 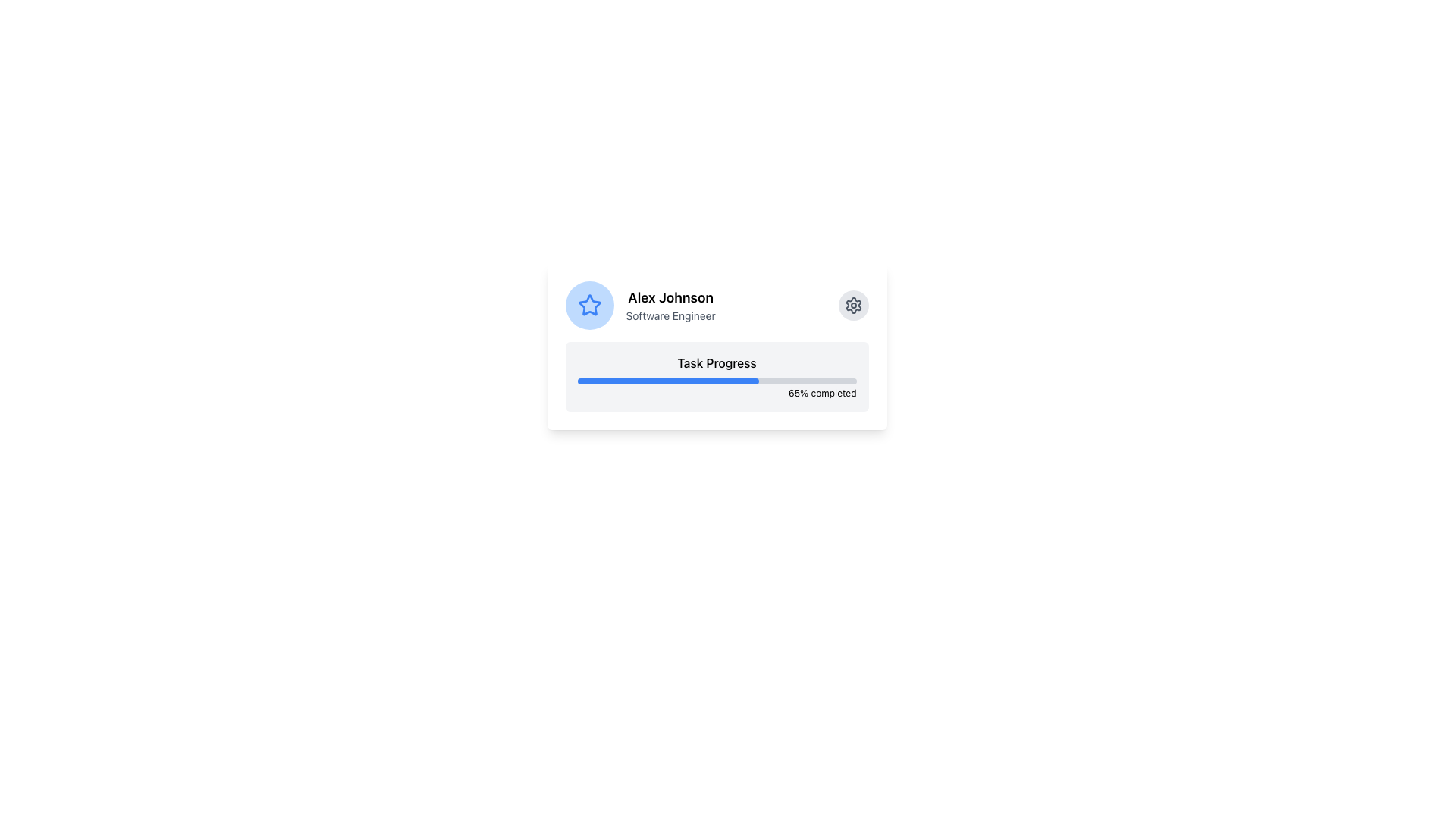 What do you see at coordinates (716, 376) in the screenshot?
I see `the progress bar labeled 'Task Progress' indicating 65% completion, located below the 'Alex Johnson Software Engineer' section` at bounding box center [716, 376].